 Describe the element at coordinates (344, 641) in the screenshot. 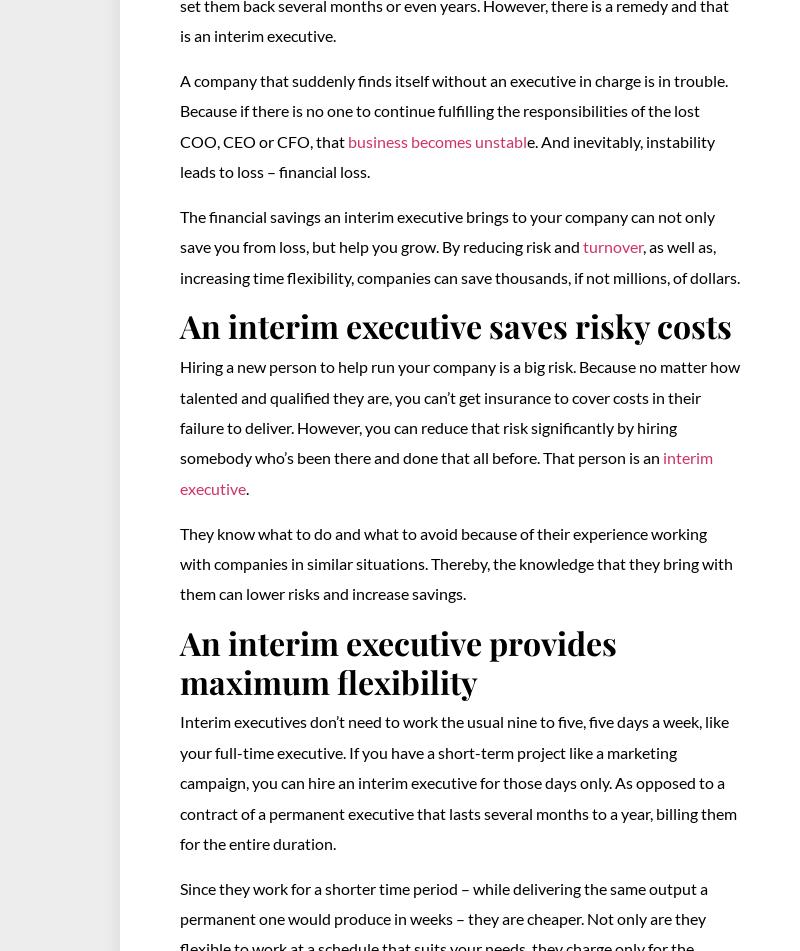

I see `'An interim executive p'` at that location.